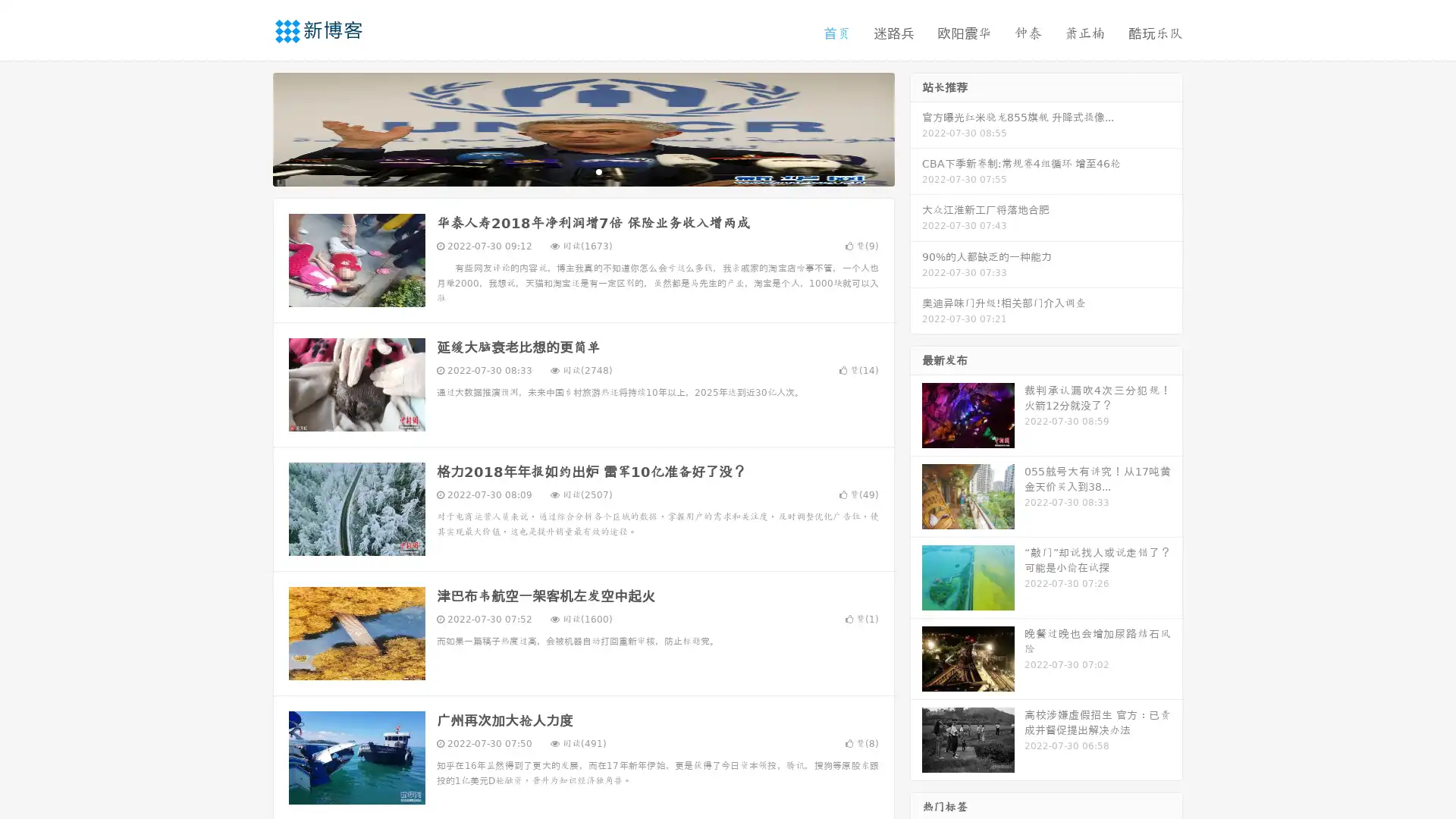  I want to click on Go to slide 2, so click(582, 171).